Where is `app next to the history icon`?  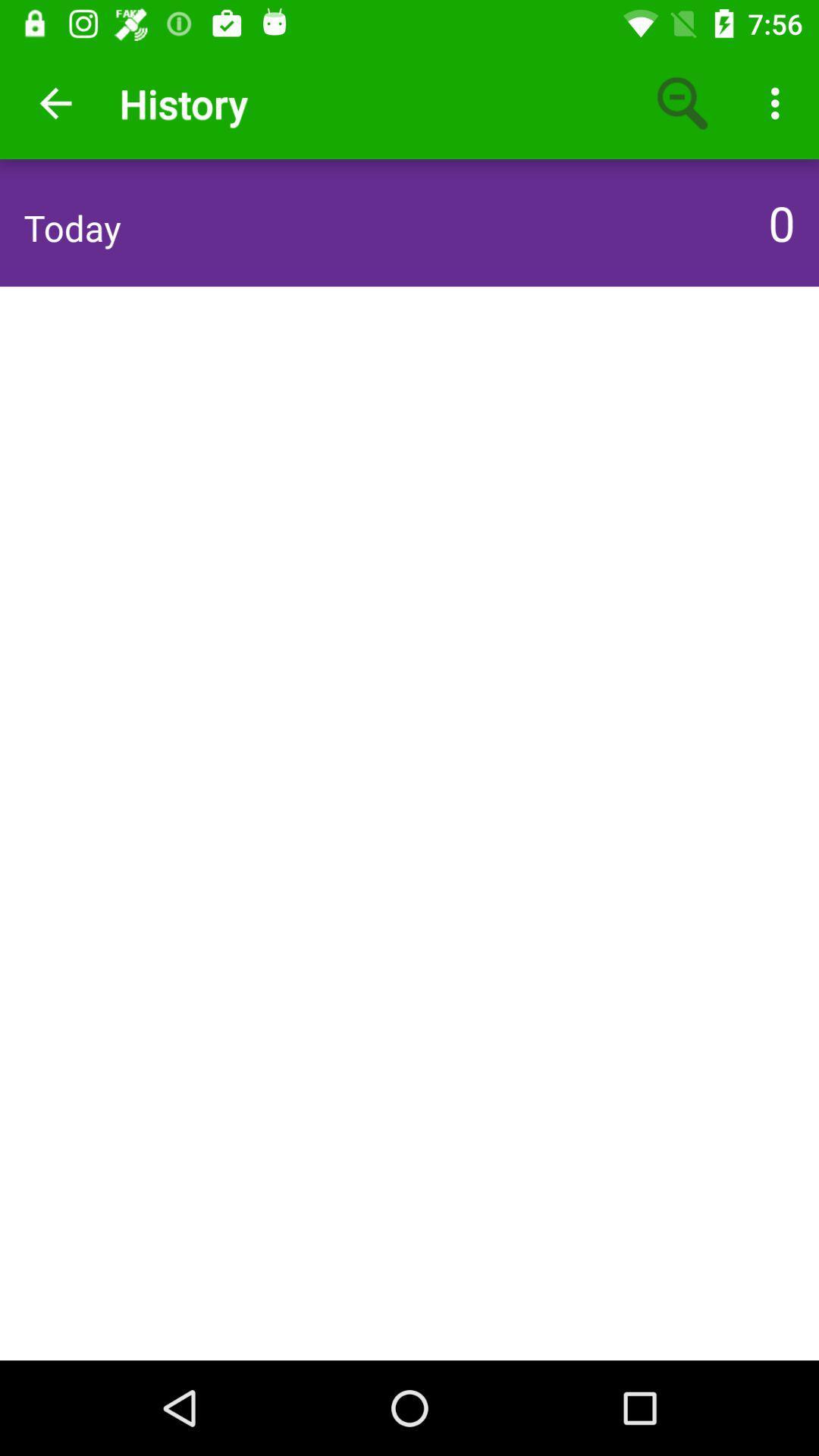 app next to the history icon is located at coordinates (55, 102).